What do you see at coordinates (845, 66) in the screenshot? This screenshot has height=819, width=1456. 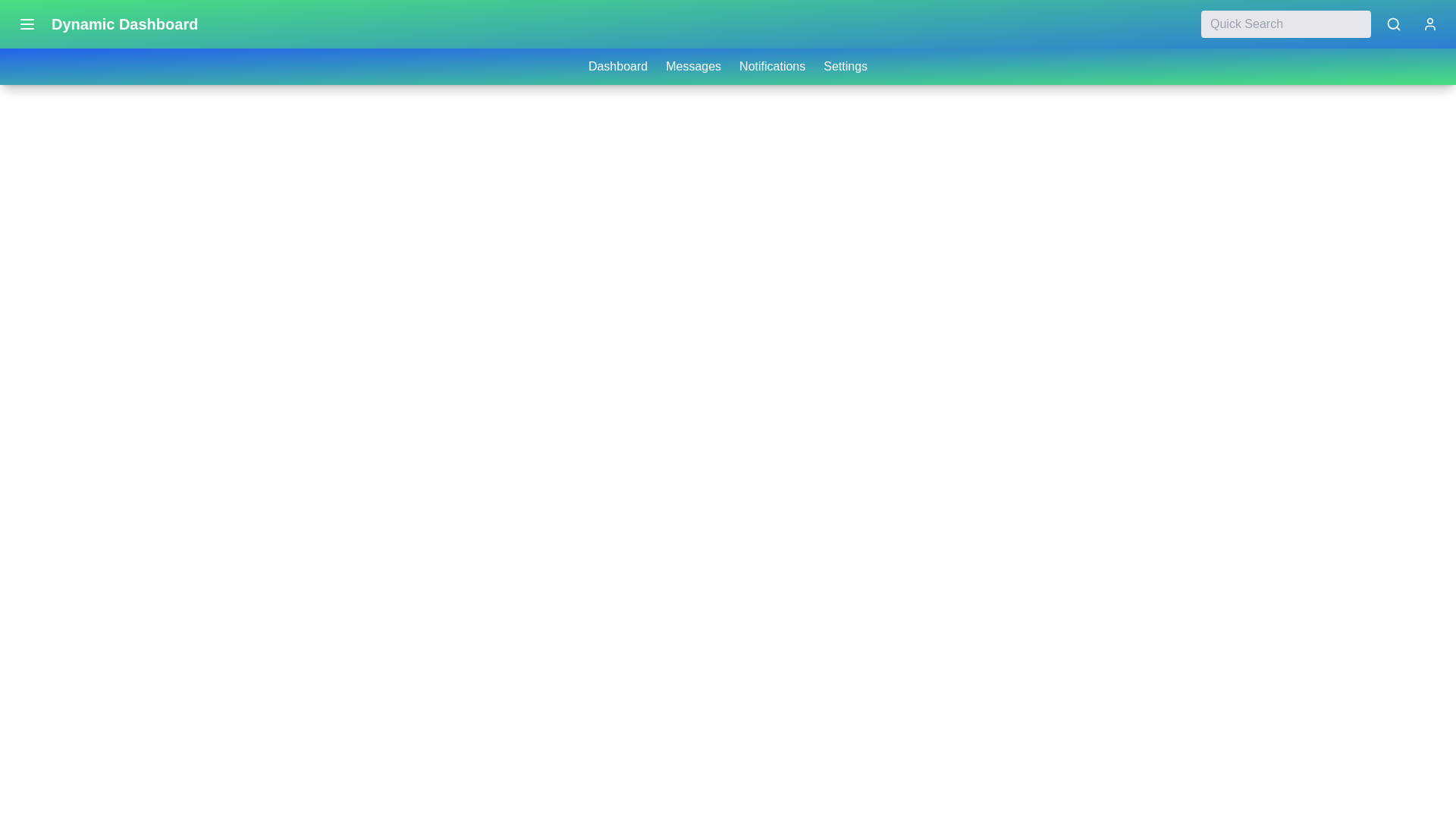 I see `the fourth item in the horizontal navigation menu, which is a clickable text link for navigating to the settings page` at bounding box center [845, 66].